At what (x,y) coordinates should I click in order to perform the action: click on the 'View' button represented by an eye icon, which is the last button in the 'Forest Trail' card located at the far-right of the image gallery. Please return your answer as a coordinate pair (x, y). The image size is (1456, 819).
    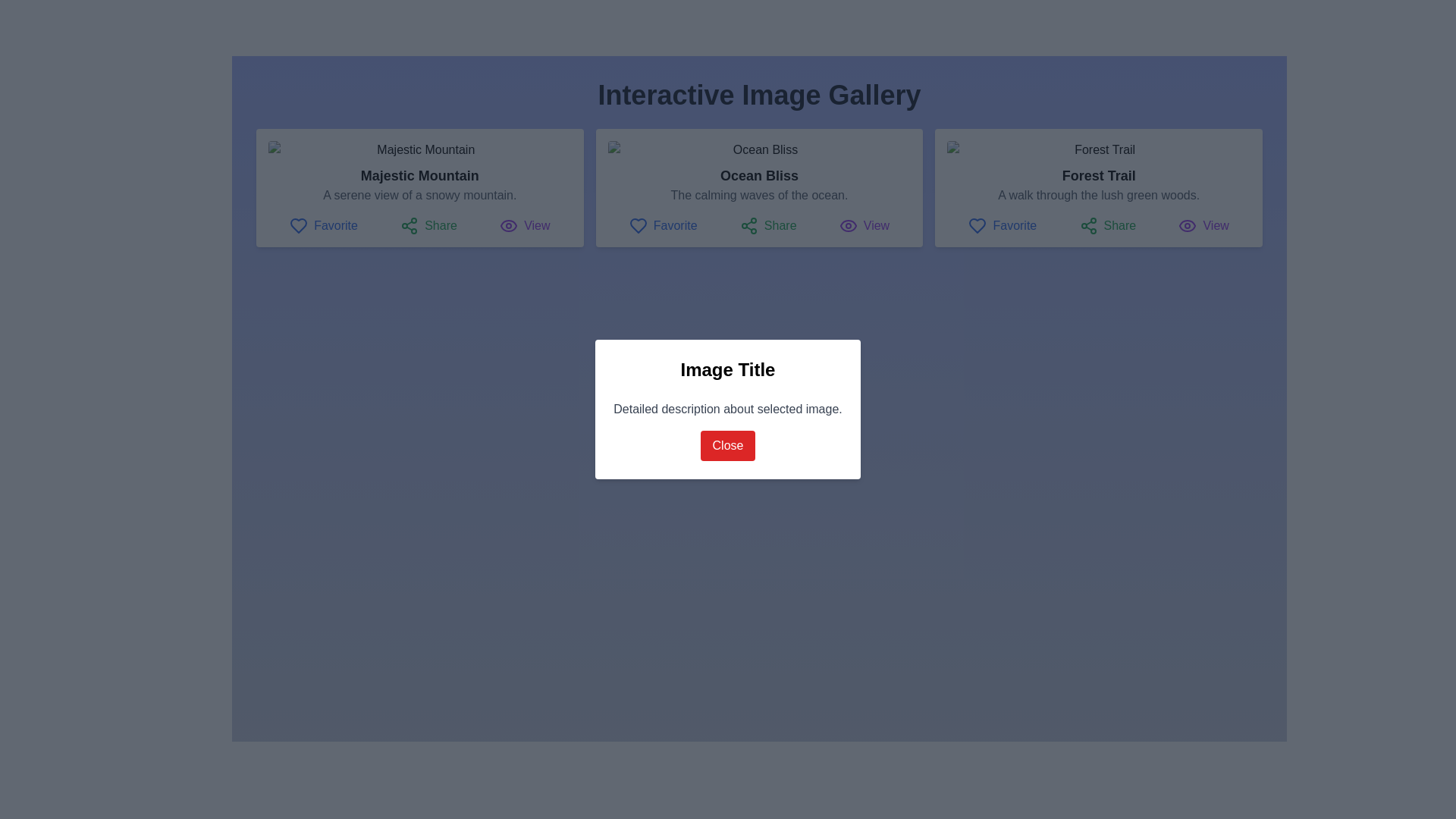
    Looking at the image, I should click on (1187, 225).